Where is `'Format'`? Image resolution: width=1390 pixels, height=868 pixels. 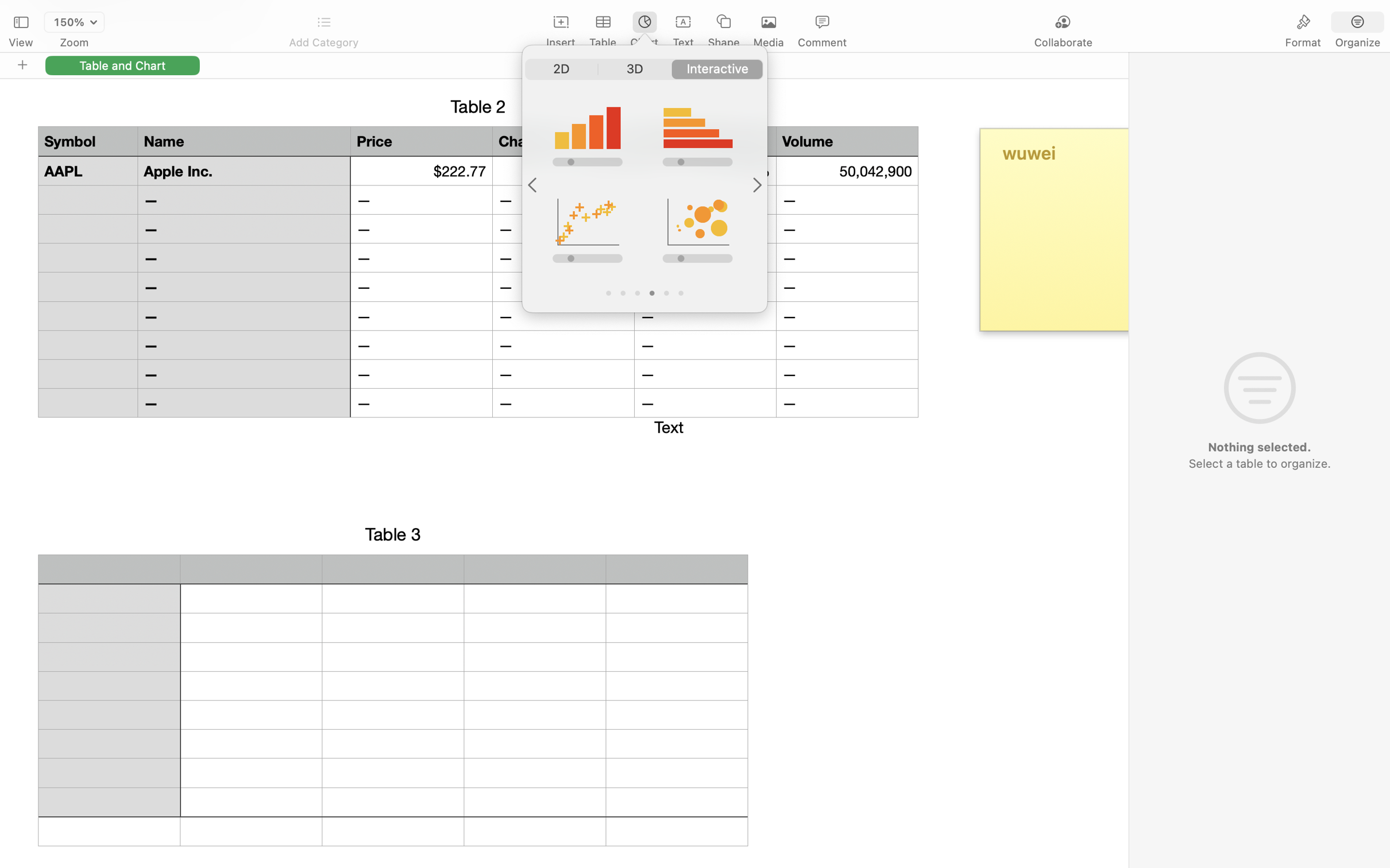 'Format' is located at coordinates (1303, 42).